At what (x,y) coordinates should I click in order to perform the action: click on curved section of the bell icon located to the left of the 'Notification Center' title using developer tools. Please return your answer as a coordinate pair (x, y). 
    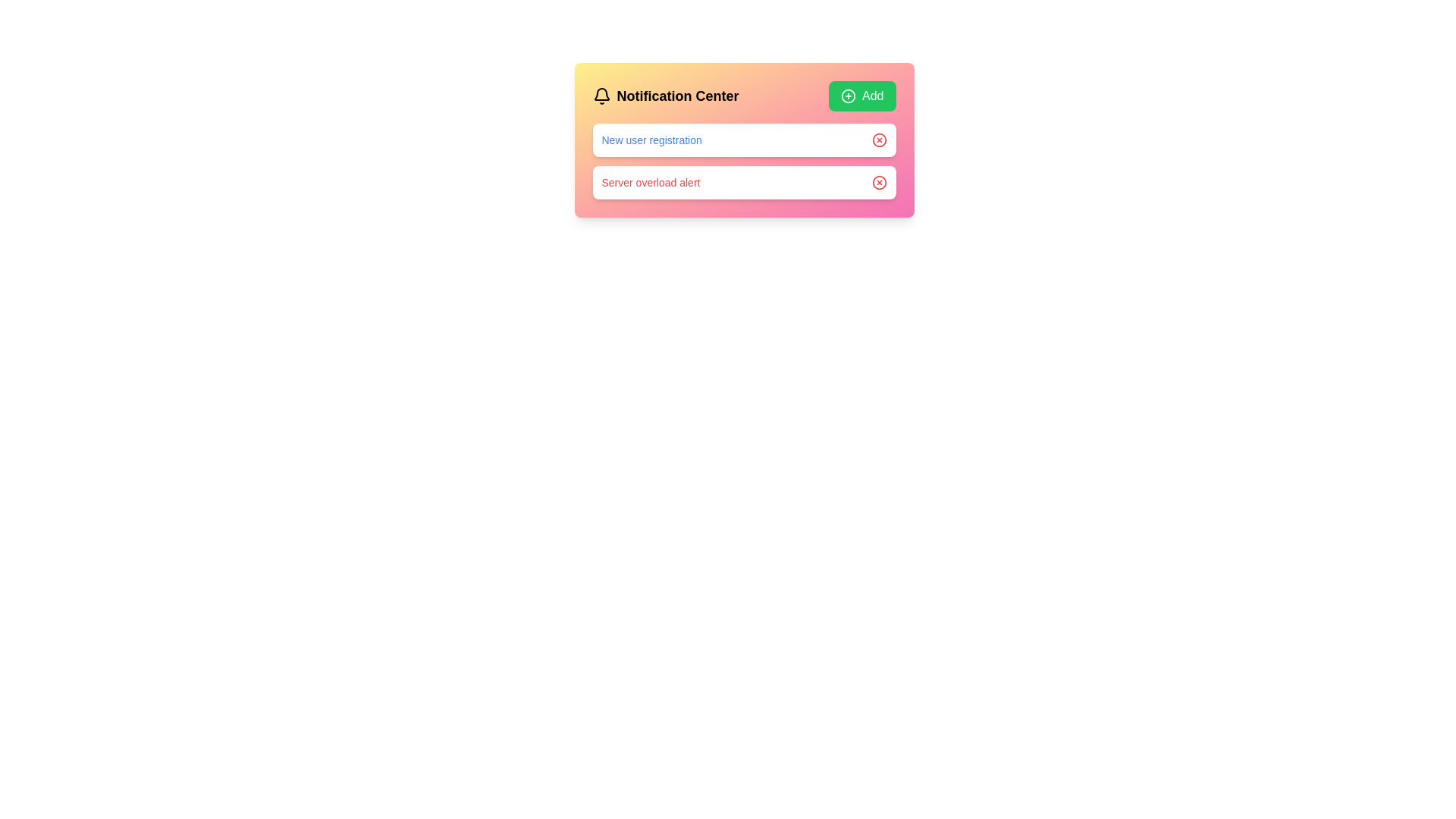
    Looking at the image, I should click on (601, 94).